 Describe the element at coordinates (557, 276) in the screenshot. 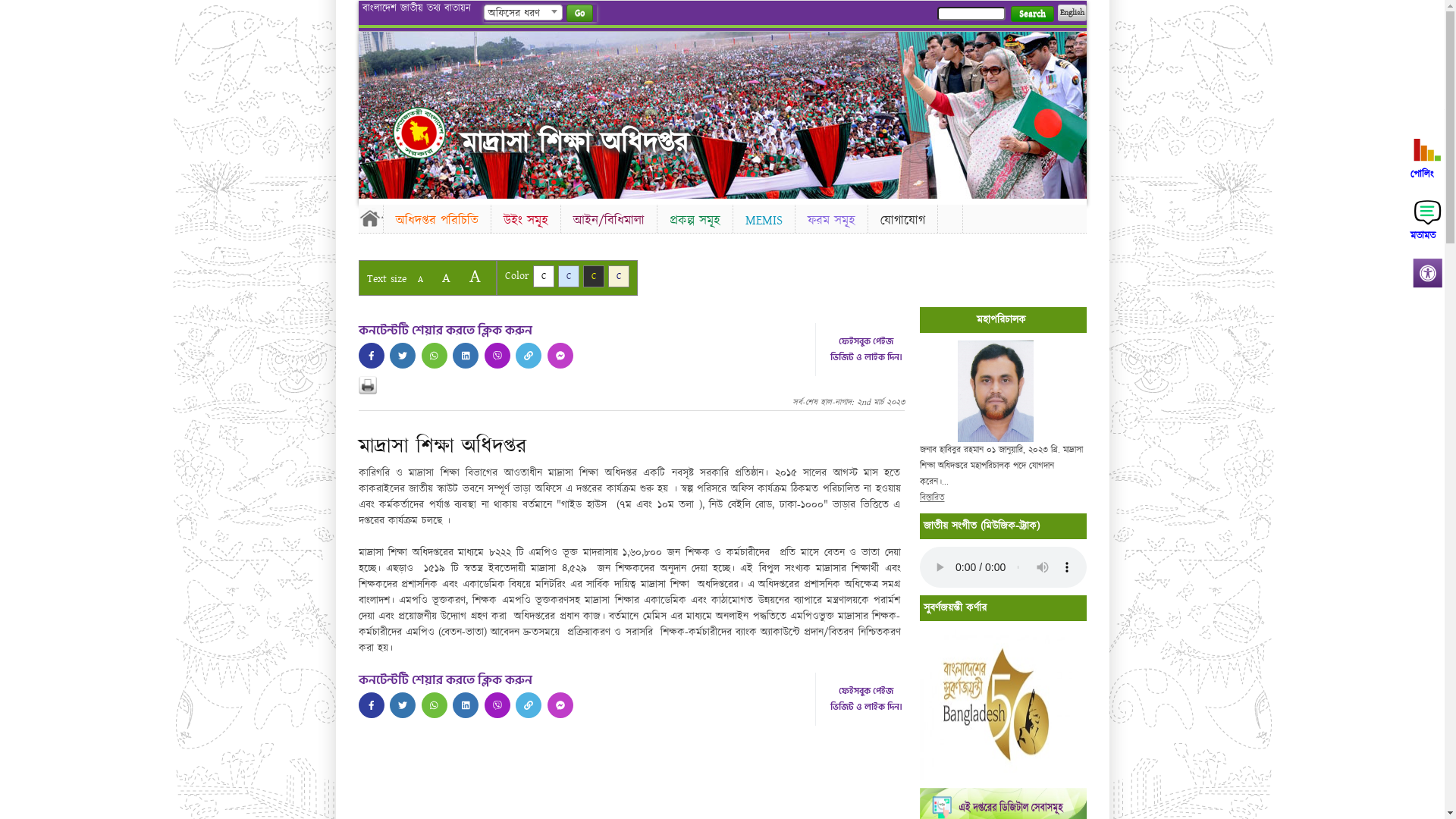

I see `'C'` at that location.